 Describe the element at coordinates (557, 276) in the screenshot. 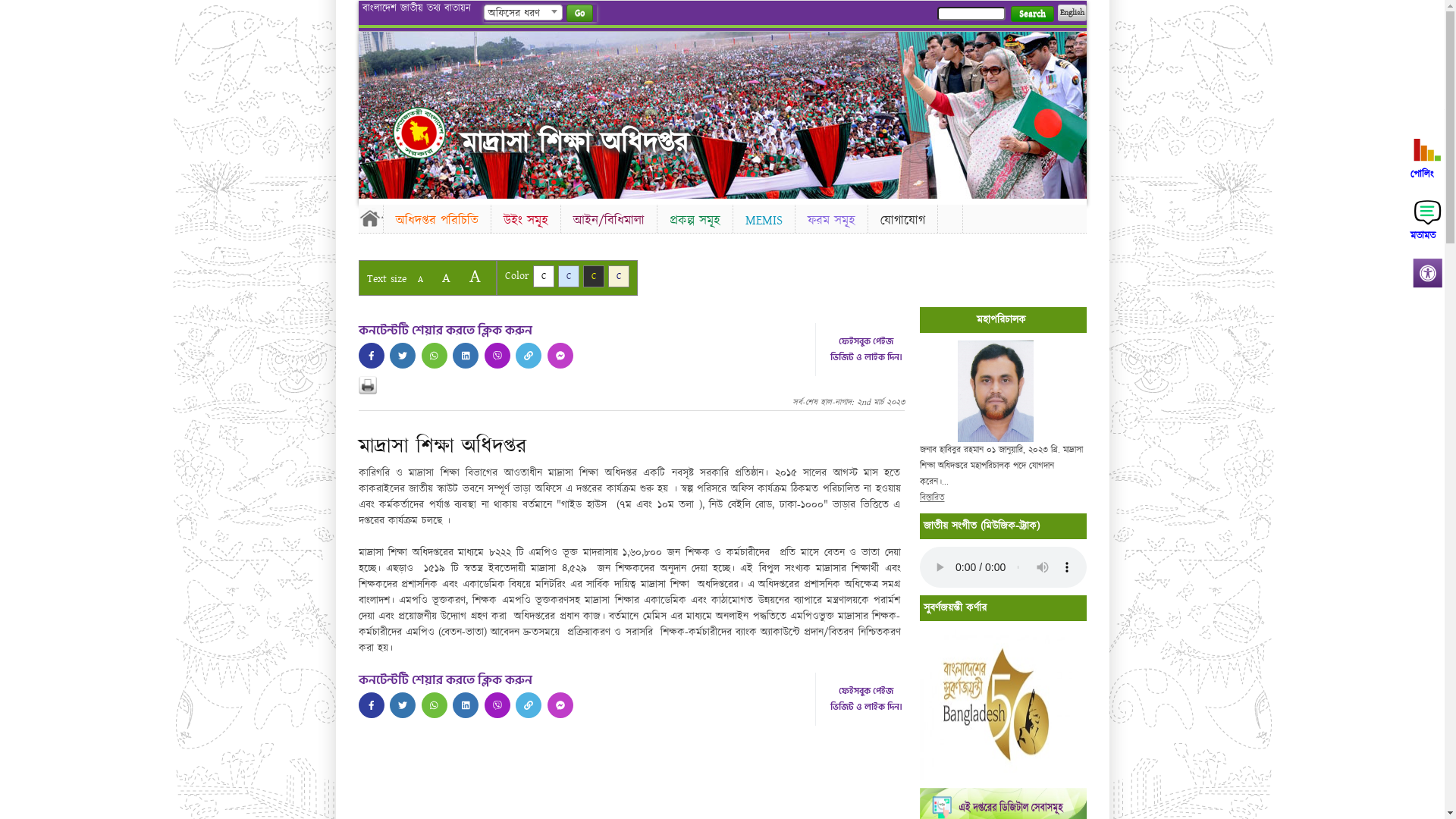

I see `'C'` at that location.